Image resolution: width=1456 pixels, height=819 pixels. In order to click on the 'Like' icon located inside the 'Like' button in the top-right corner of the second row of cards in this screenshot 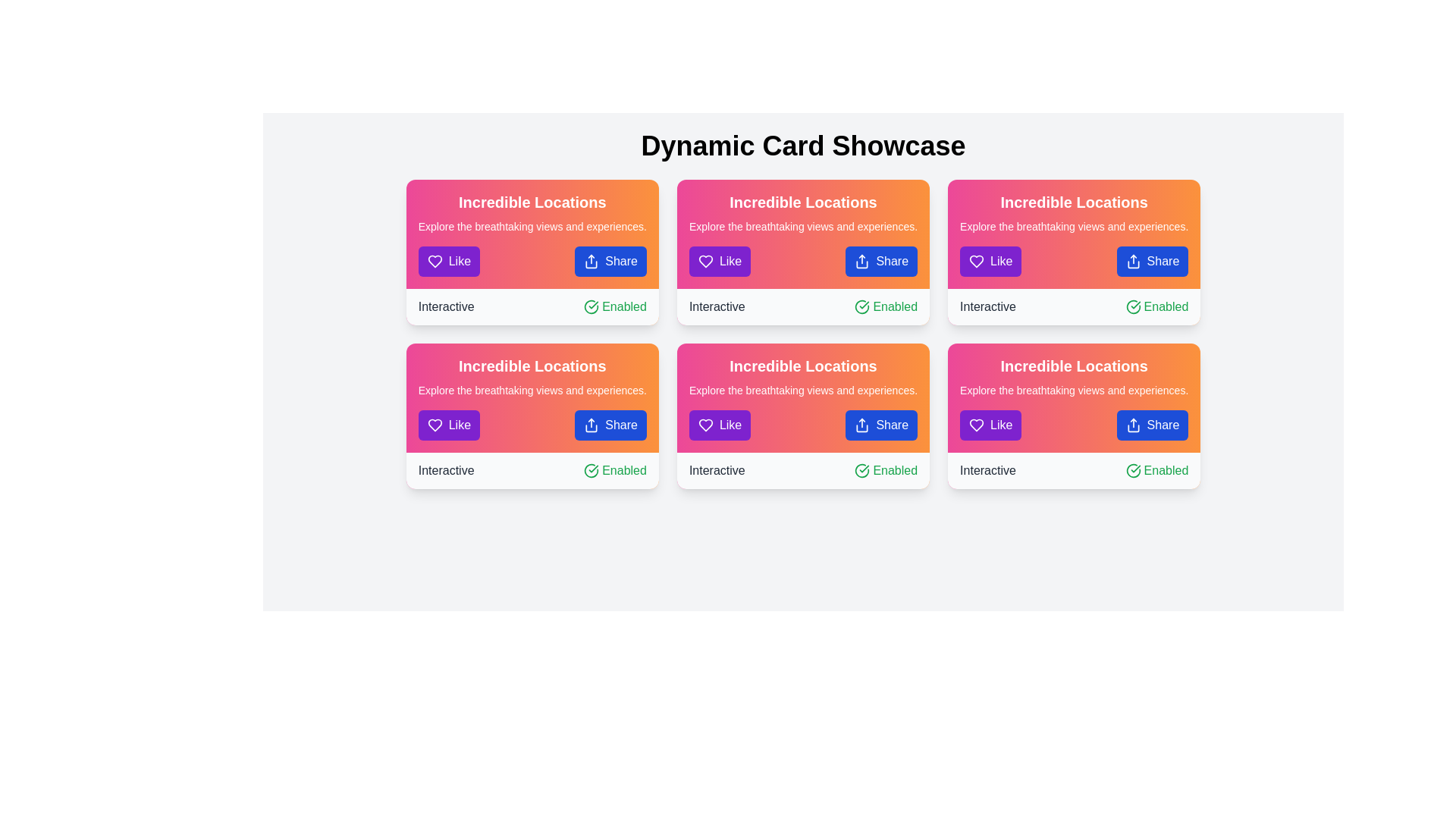, I will do `click(434, 260)`.